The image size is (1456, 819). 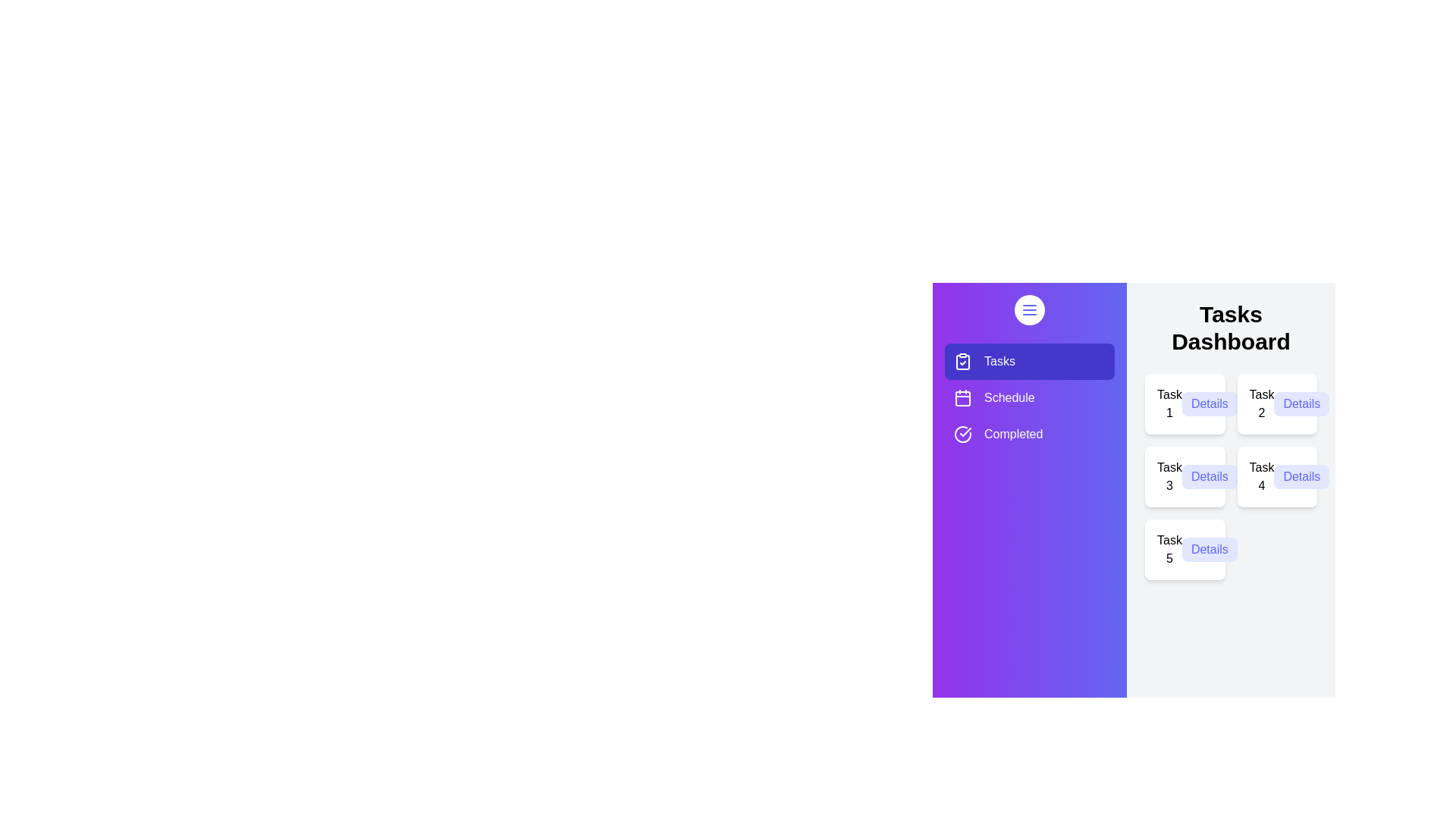 I want to click on the Tasks tab in the sidebar, so click(x=1030, y=362).